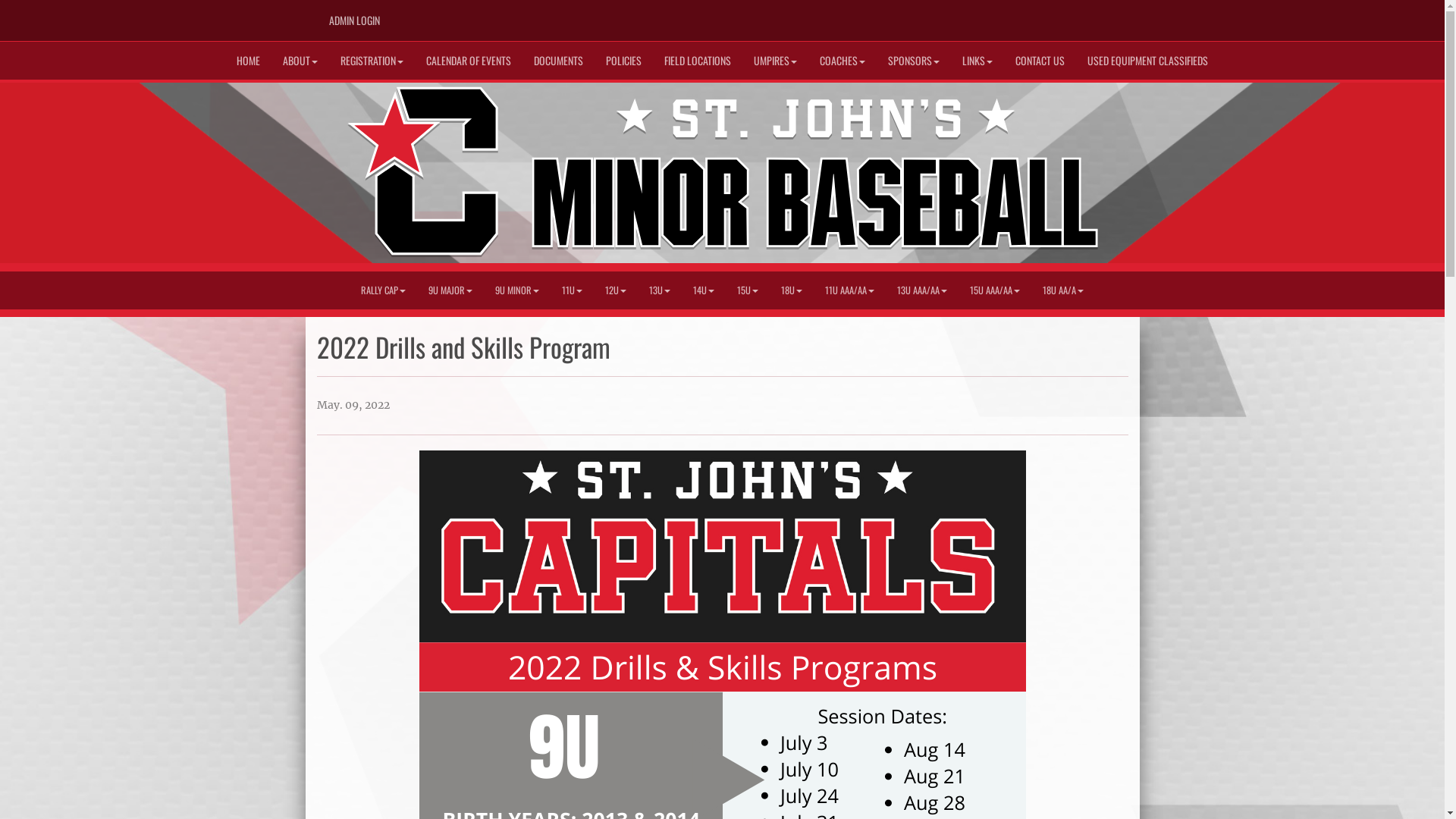 This screenshot has height=819, width=1456. Describe the element at coordinates (593, 60) in the screenshot. I see `'POLICIES'` at that location.